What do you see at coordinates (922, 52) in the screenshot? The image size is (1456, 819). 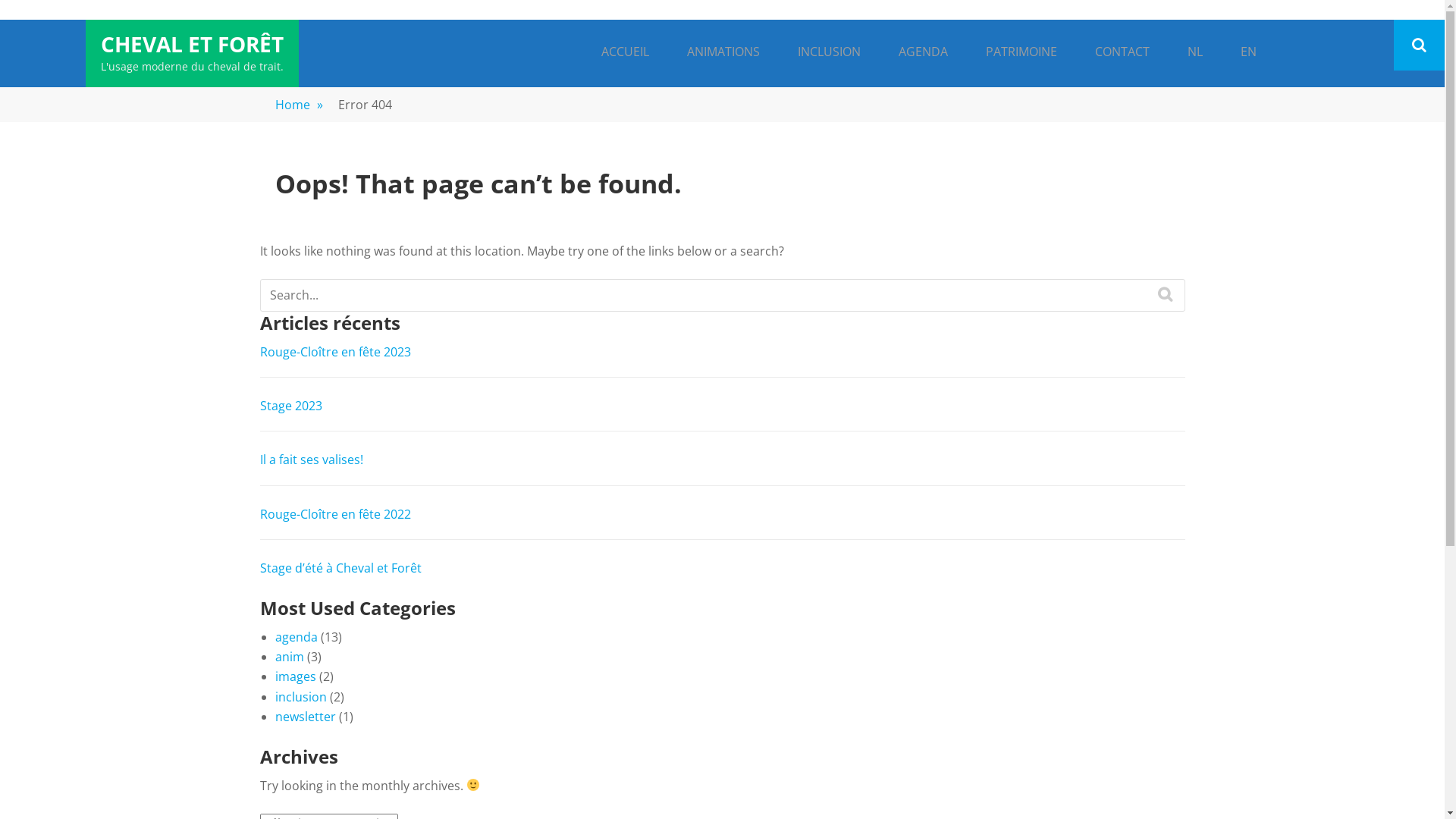 I see `'AGENDA'` at bounding box center [922, 52].